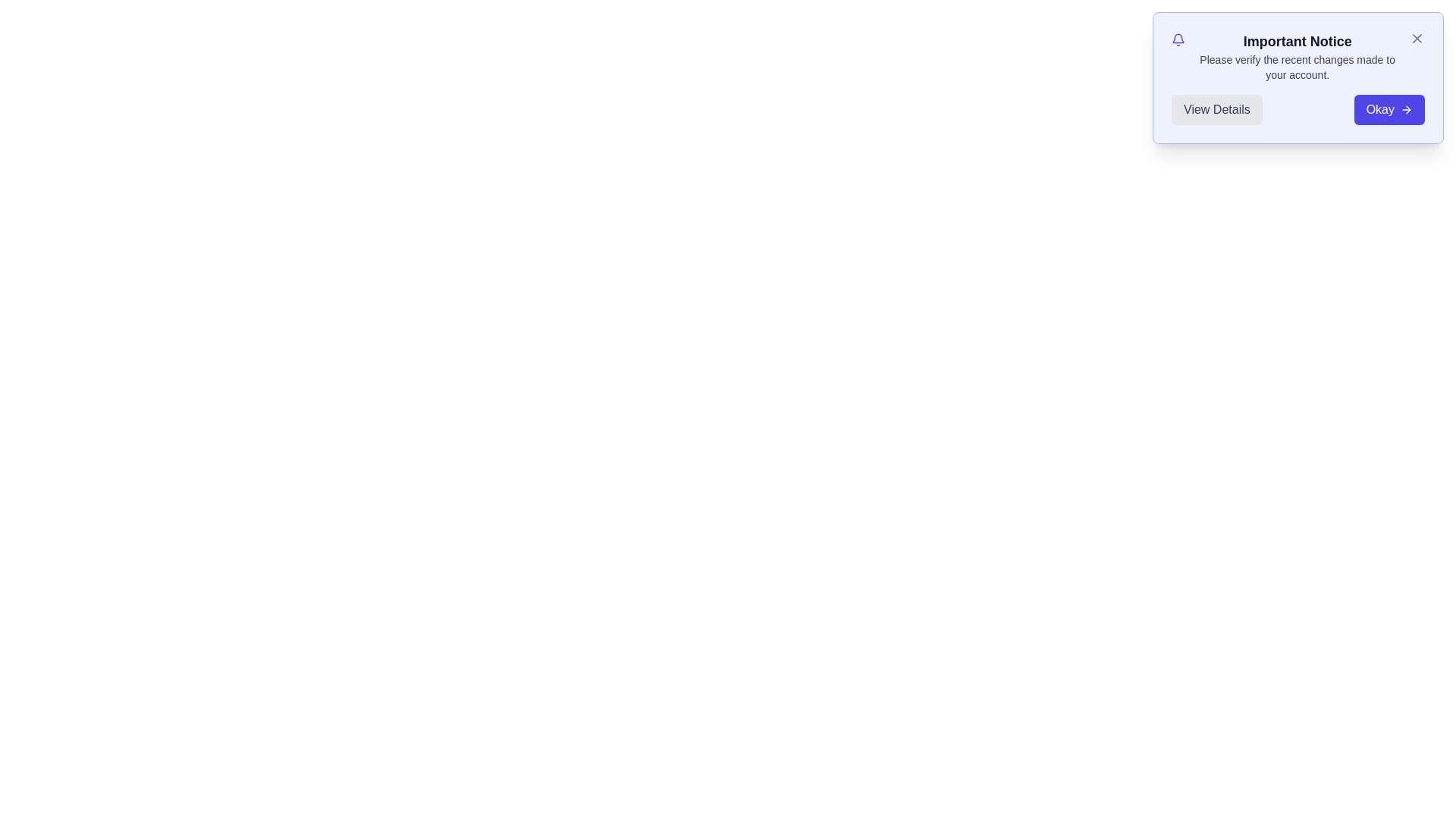 The height and width of the screenshot is (819, 1456). What do you see at coordinates (1389, 109) in the screenshot?
I see `the 'Okay' button to acknowledge the notification` at bounding box center [1389, 109].